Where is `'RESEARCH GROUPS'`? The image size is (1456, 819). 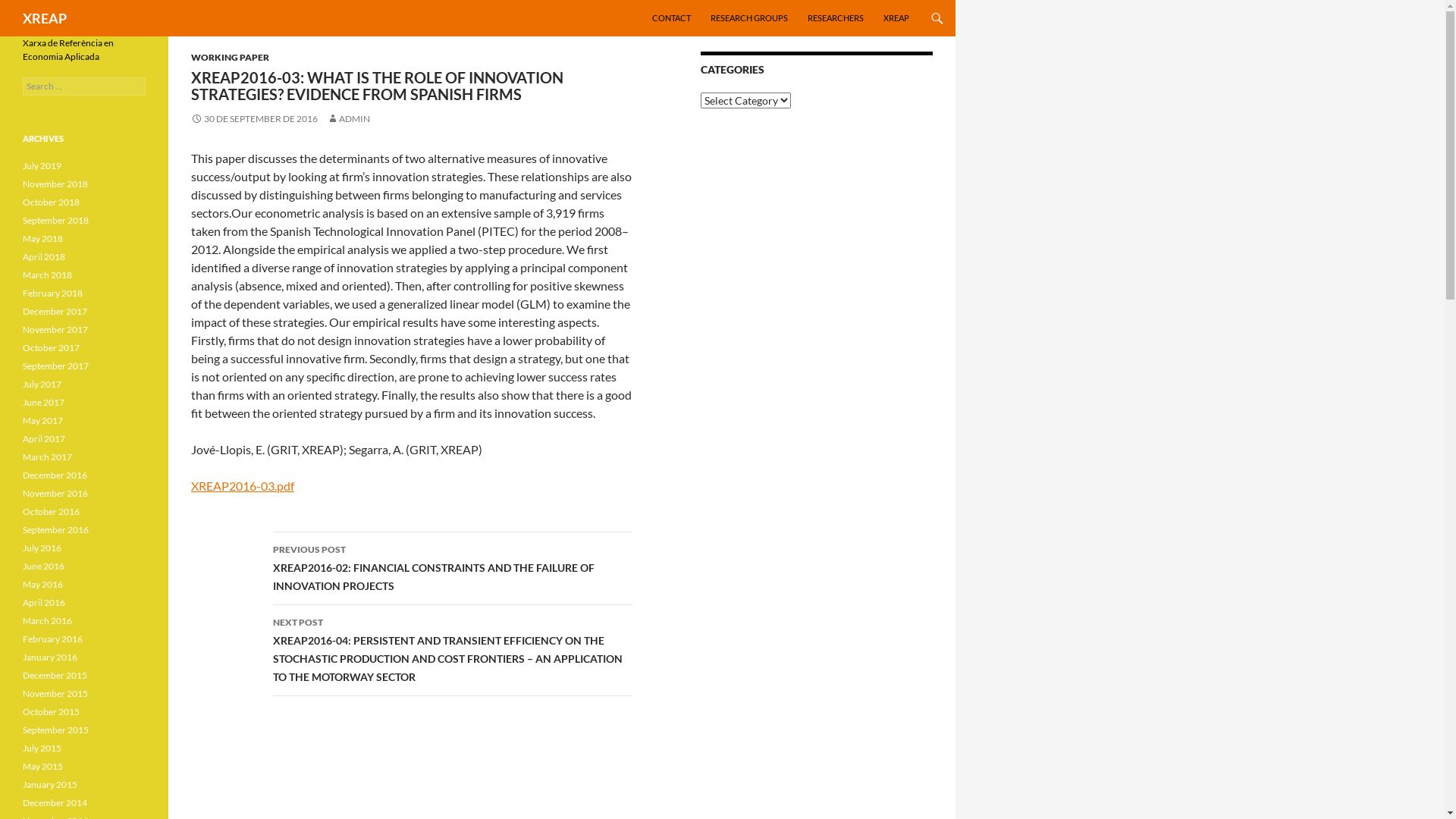 'RESEARCH GROUPS' is located at coordinates (749, 17).